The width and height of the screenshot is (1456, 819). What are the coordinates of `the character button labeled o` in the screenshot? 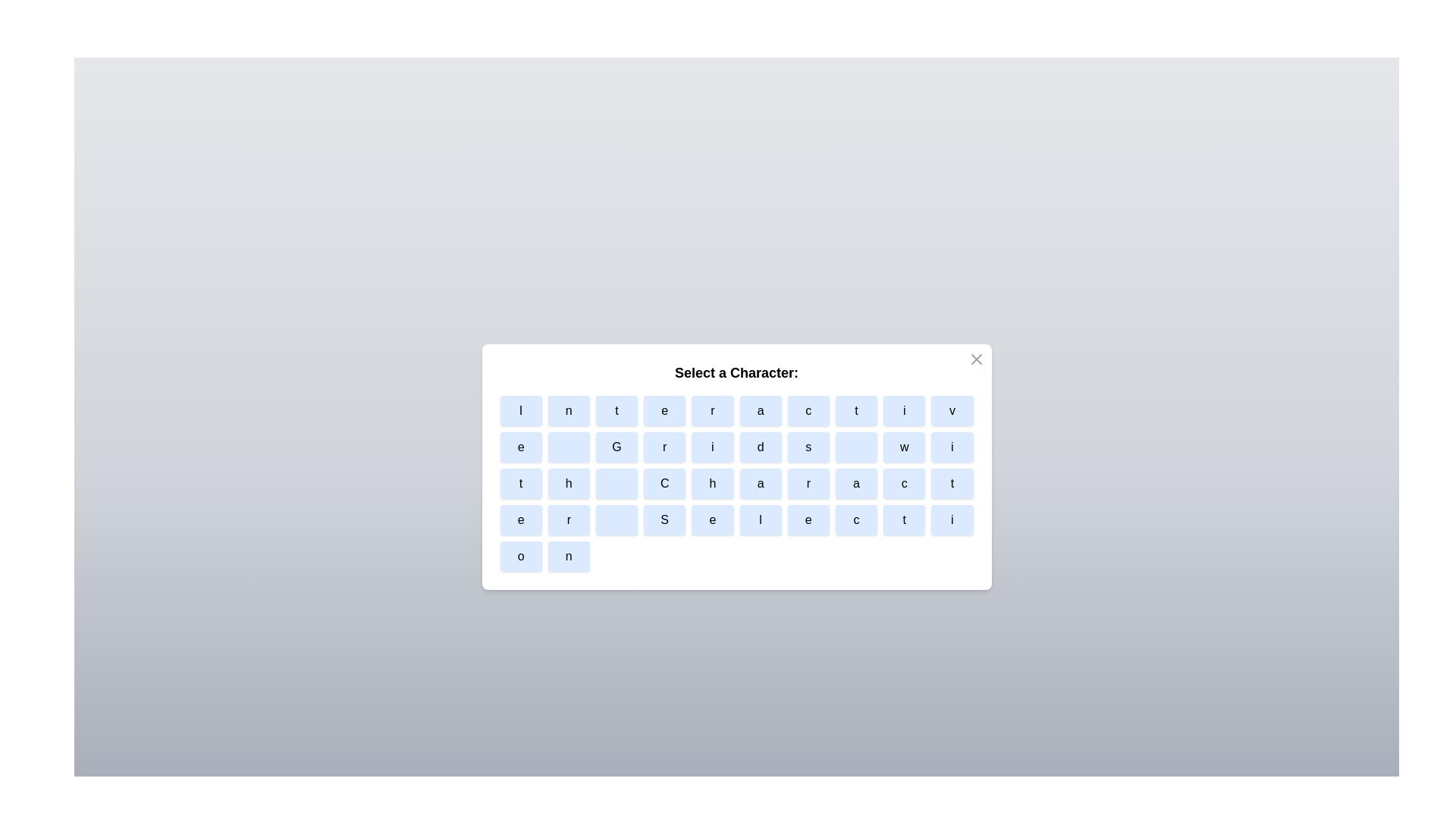 It's located at (521, 556).